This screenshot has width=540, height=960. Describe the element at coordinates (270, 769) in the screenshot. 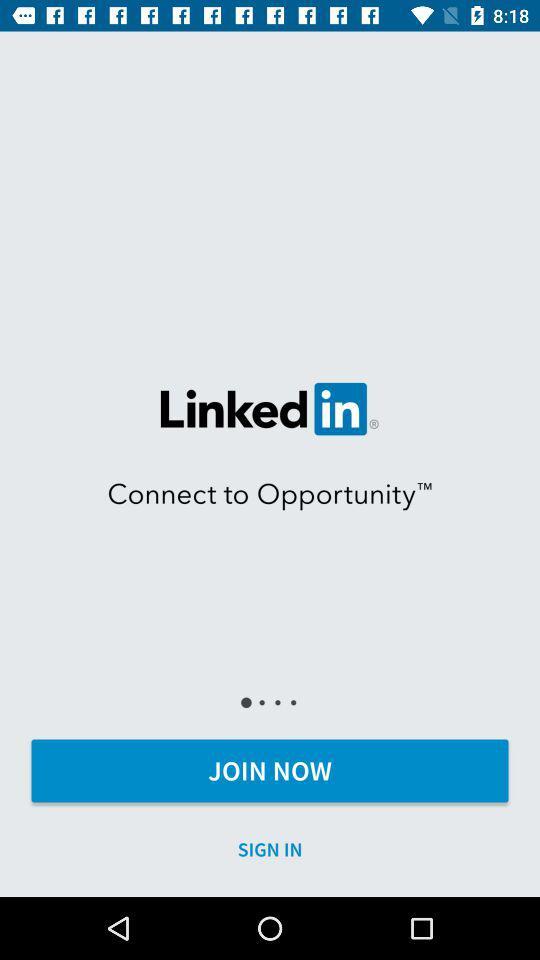

I see `the icon above sign in` at that location.